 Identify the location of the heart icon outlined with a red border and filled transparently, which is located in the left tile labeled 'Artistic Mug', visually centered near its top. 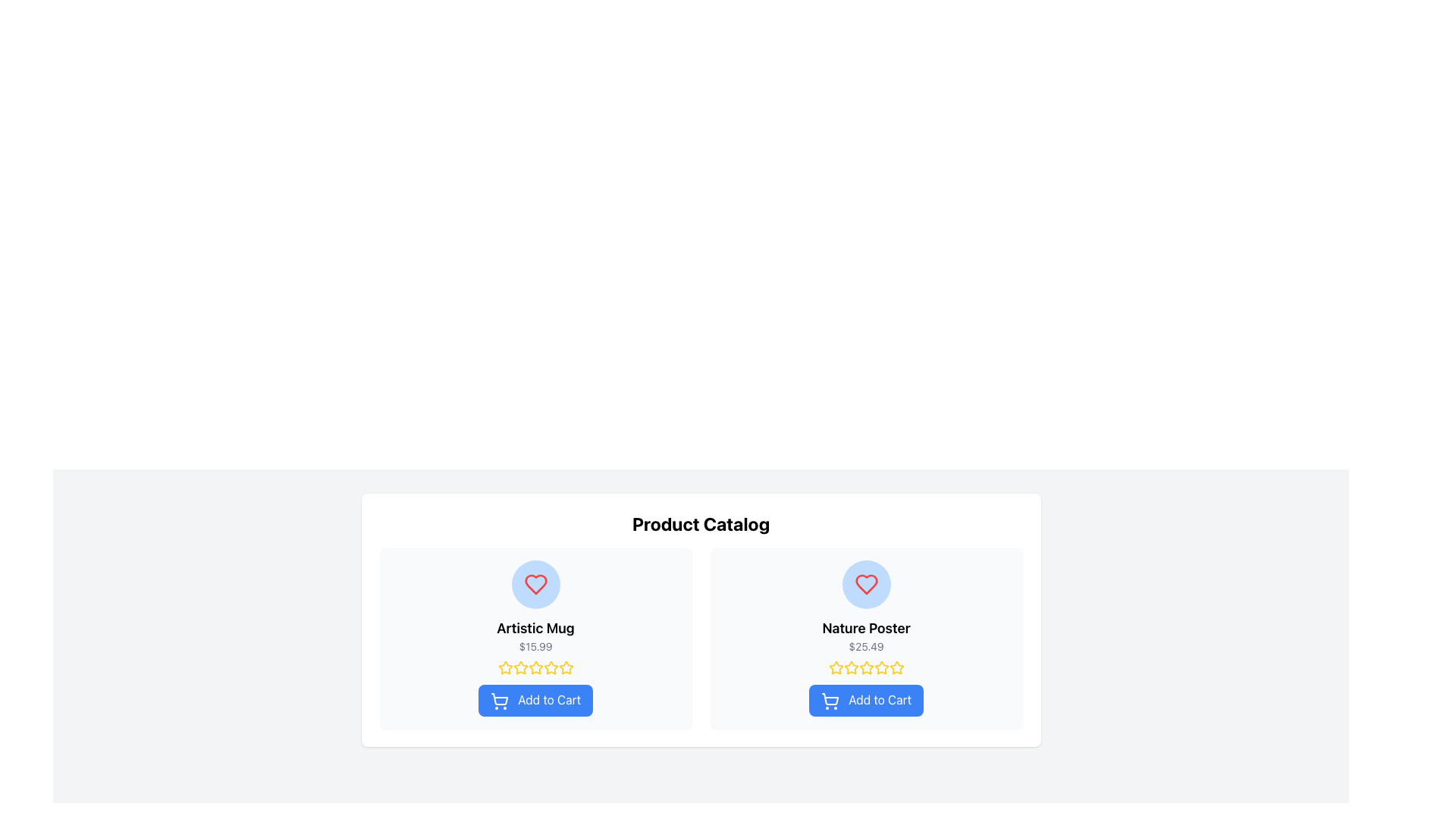
(866, 584).